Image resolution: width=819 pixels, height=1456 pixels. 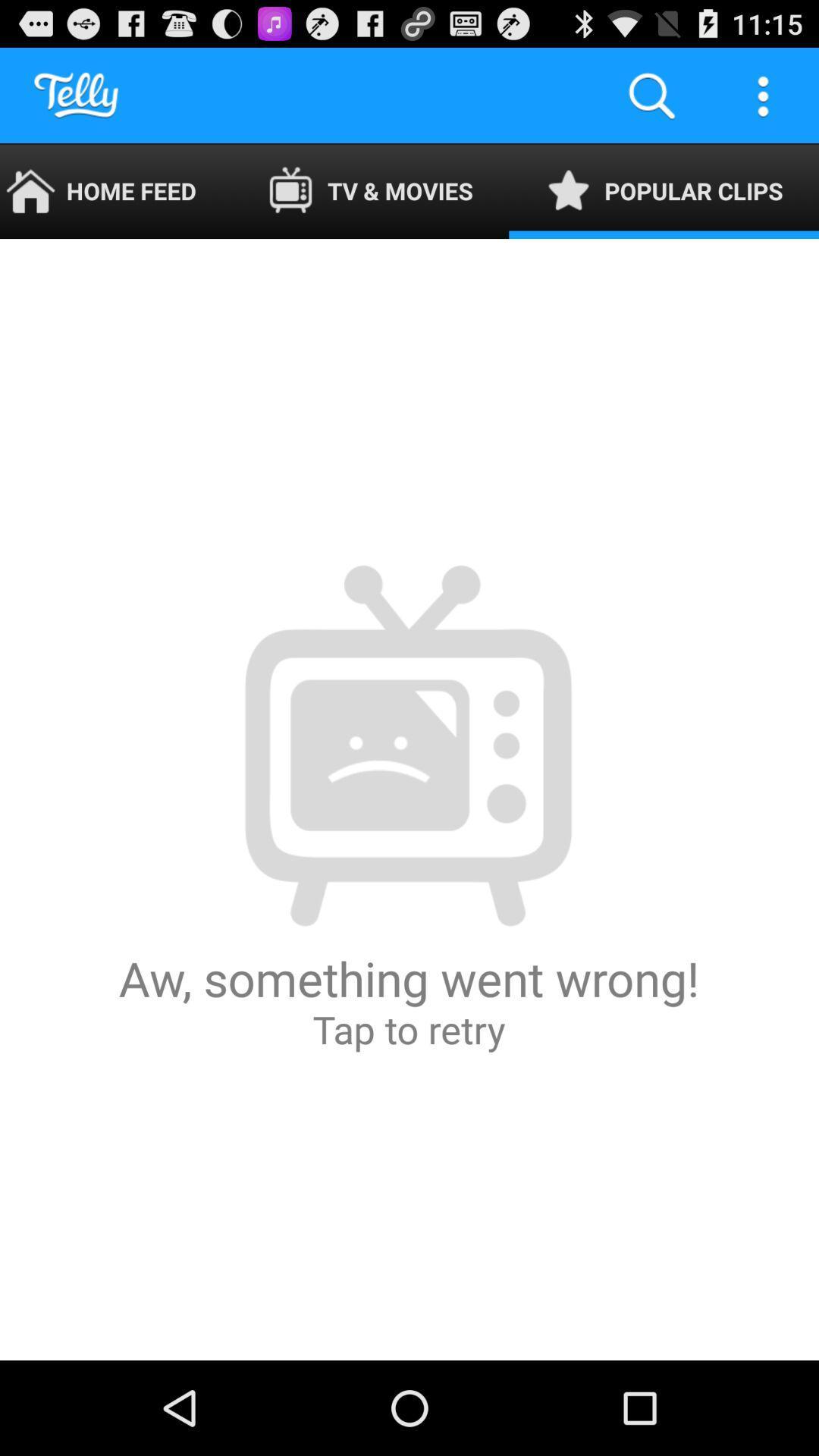 I want to click on home feed icon, so click(x=115, y=190).